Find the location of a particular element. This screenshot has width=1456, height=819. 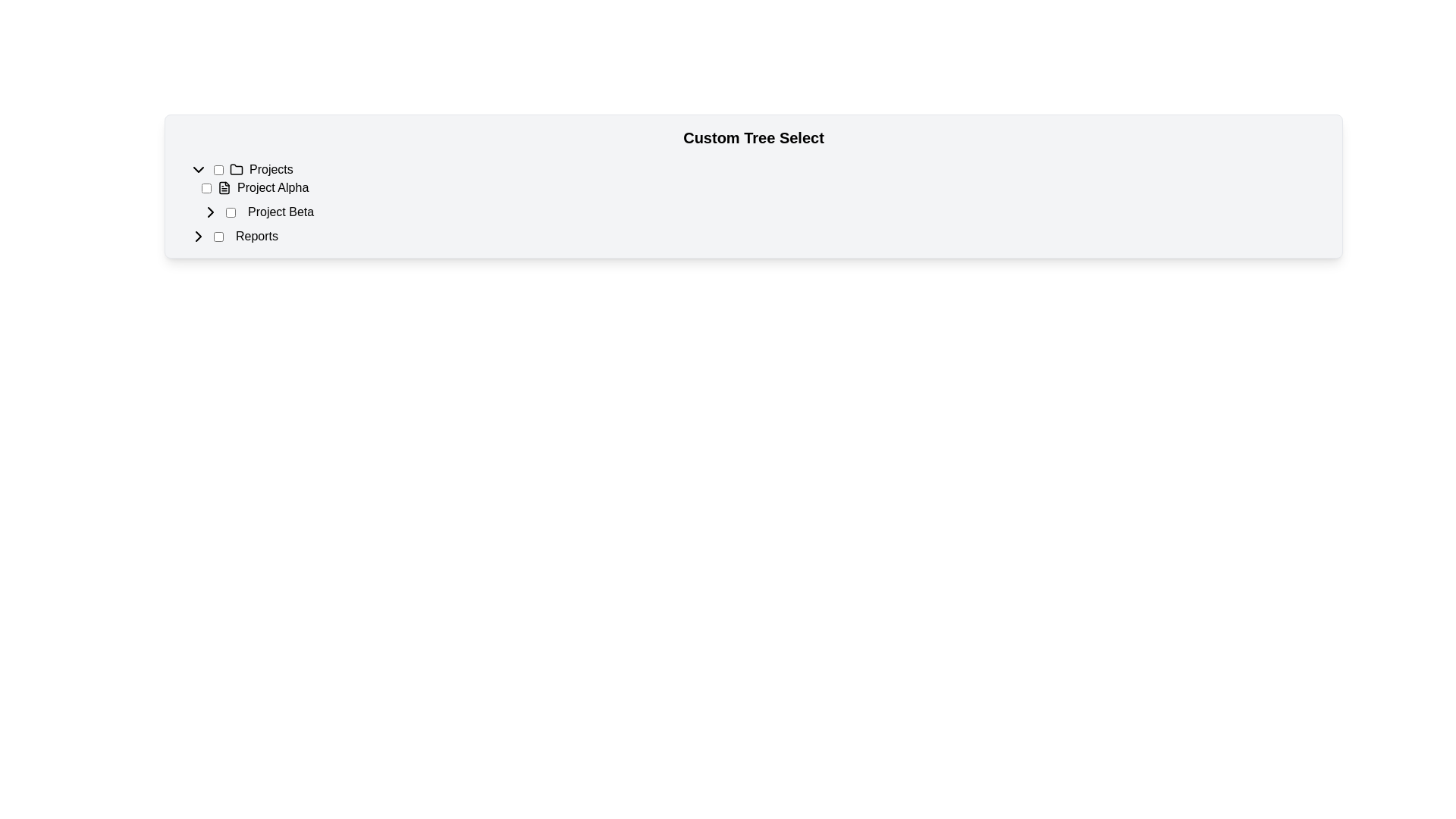

the checkbox labeled 'Reports' is located at coordinates (246, 237).